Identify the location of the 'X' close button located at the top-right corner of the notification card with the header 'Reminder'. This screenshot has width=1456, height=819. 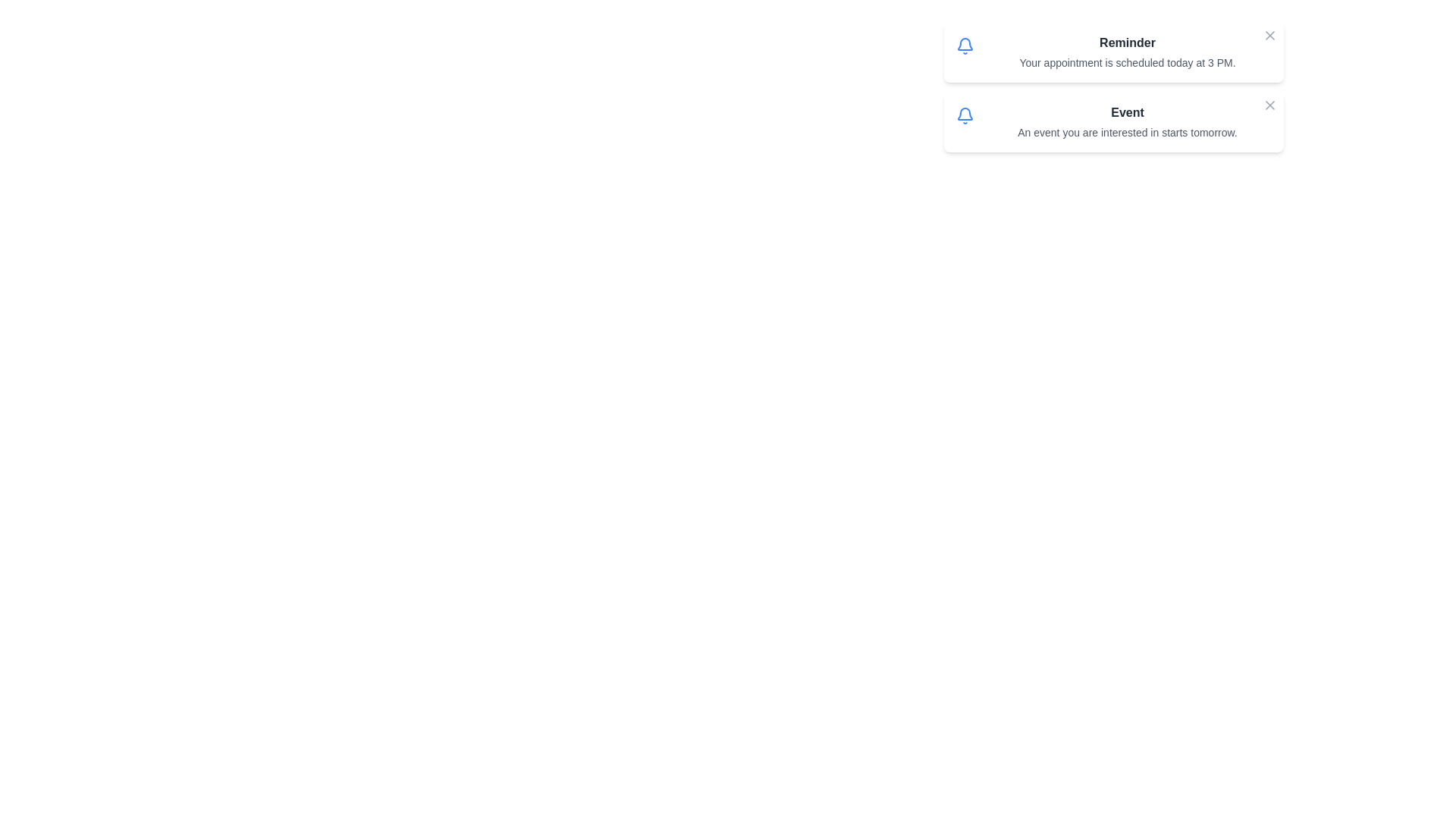
(1270, 34).